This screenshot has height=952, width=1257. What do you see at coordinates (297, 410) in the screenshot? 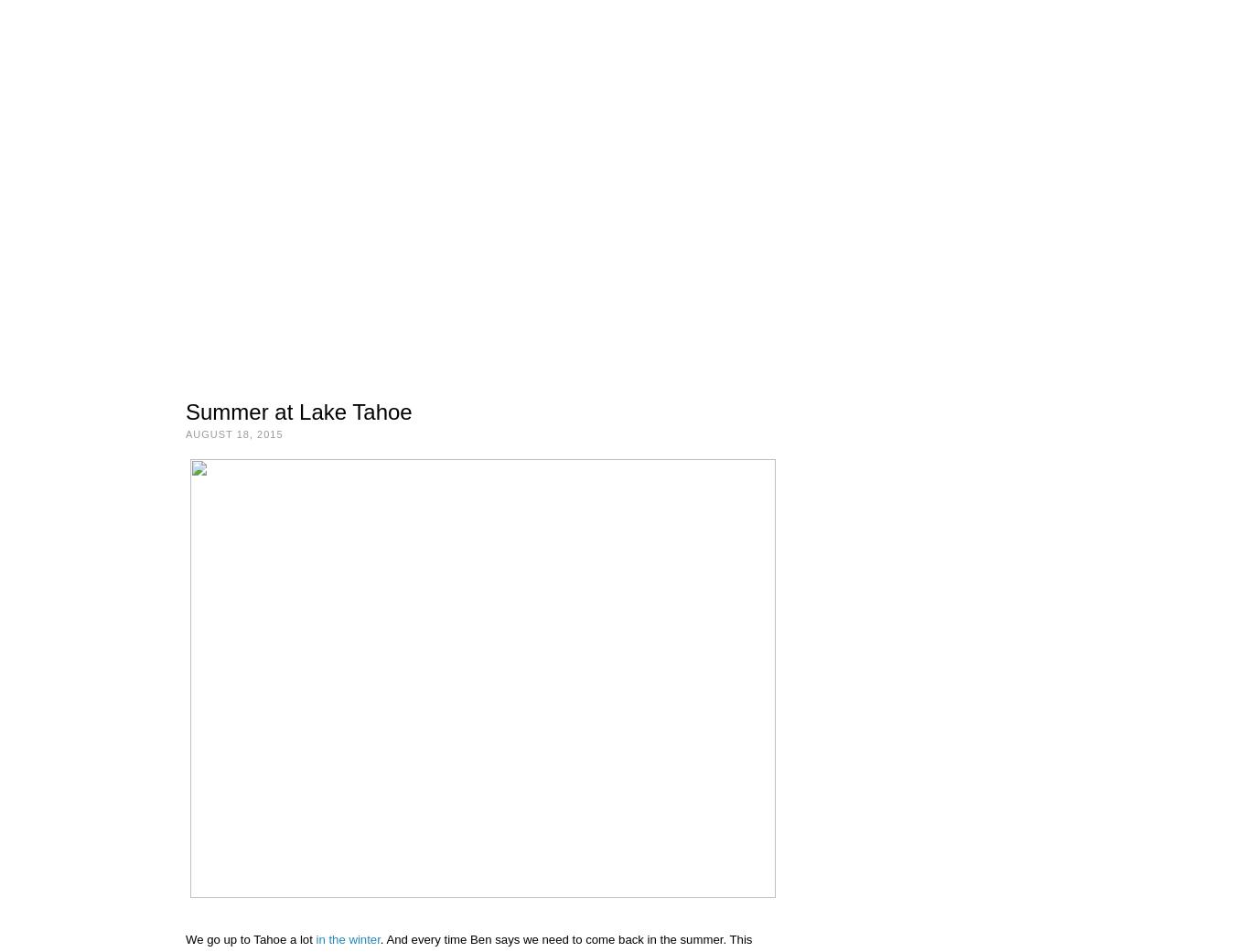
I see `'Summer at Lake Tahoe'` at bounding box center [297, 410].